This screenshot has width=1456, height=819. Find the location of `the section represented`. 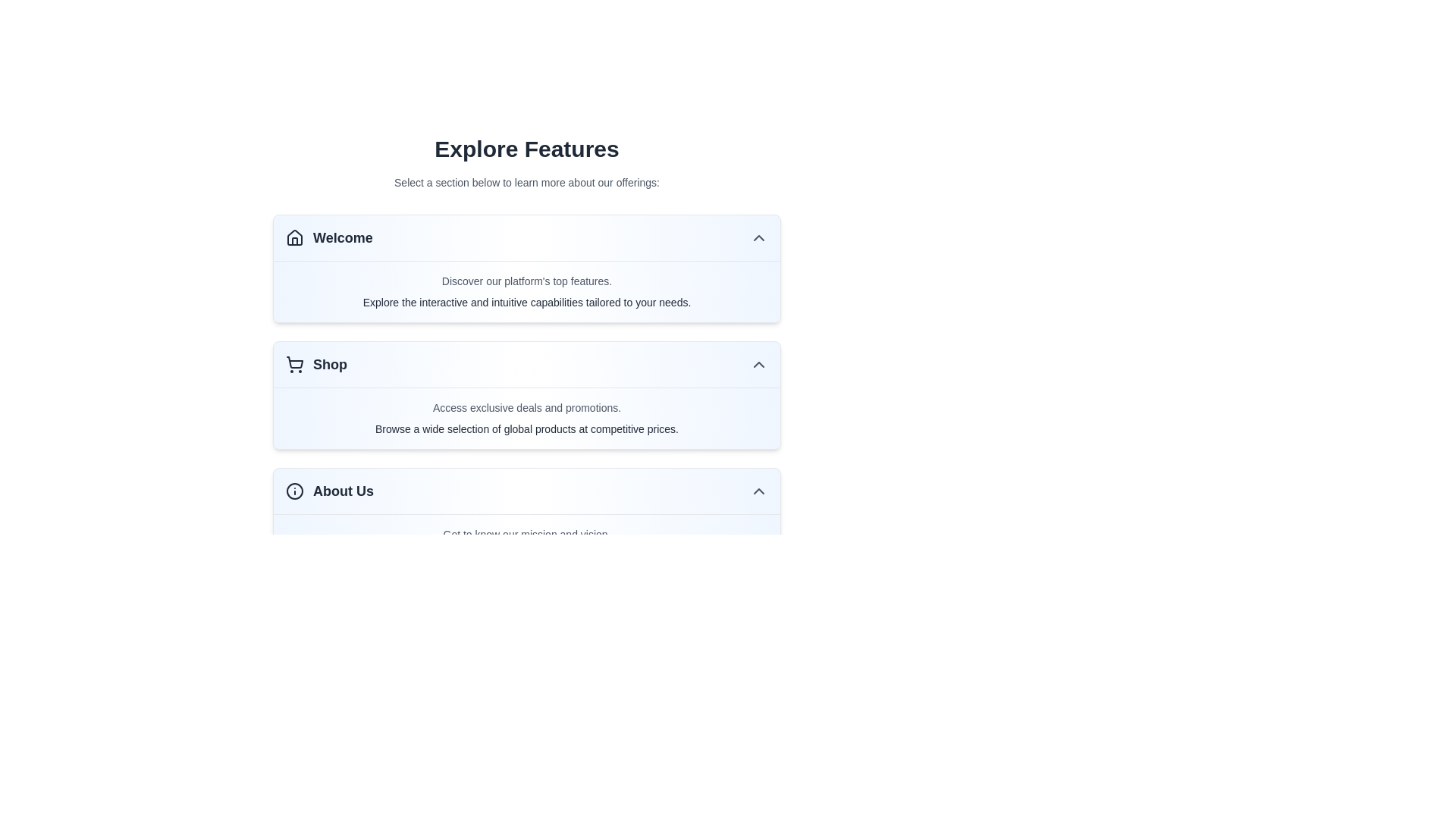

the section represented is located at coordinates (329, 491).